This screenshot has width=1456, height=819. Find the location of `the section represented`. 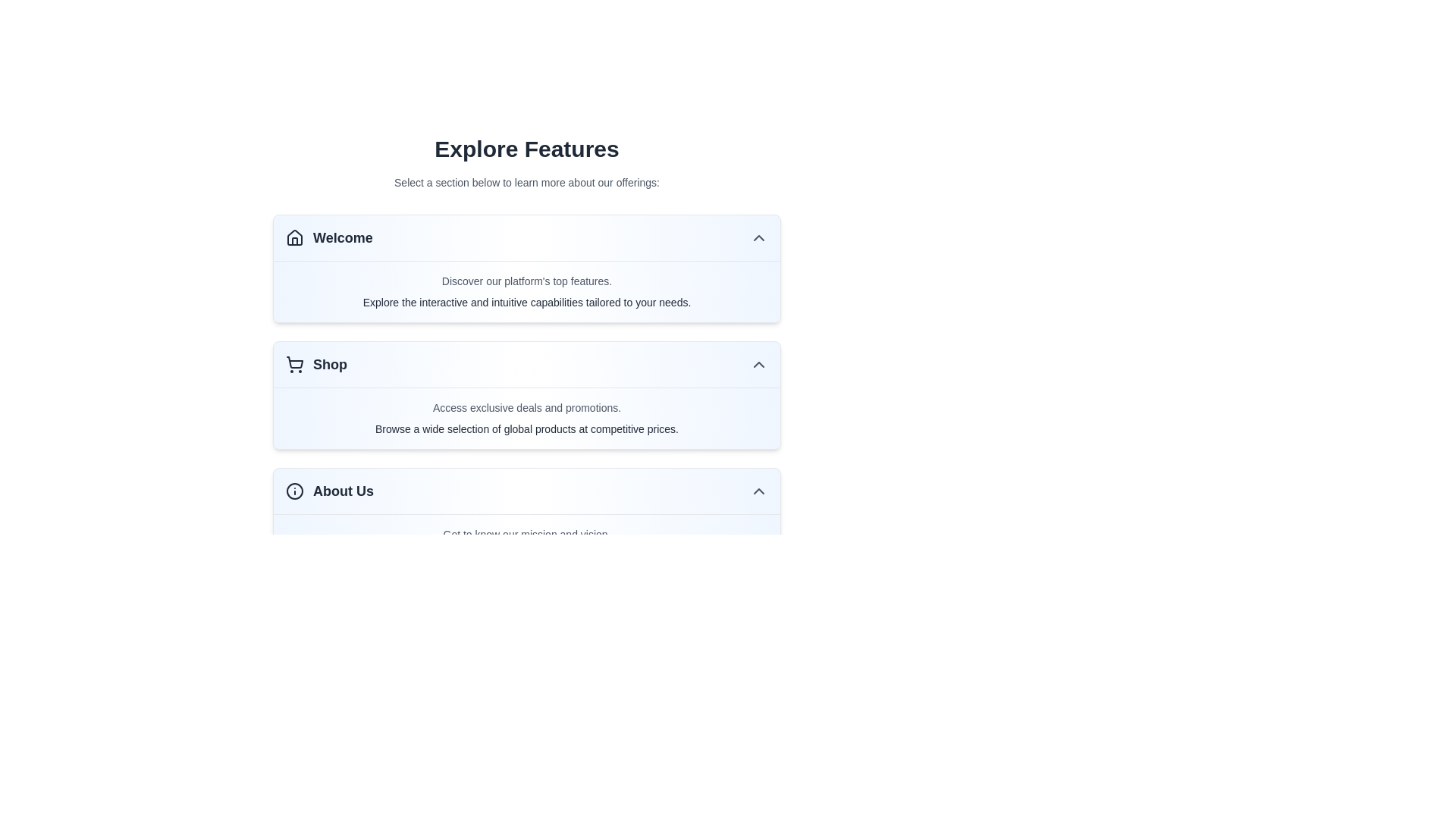

the section represented is located at coordinates (329, 491).